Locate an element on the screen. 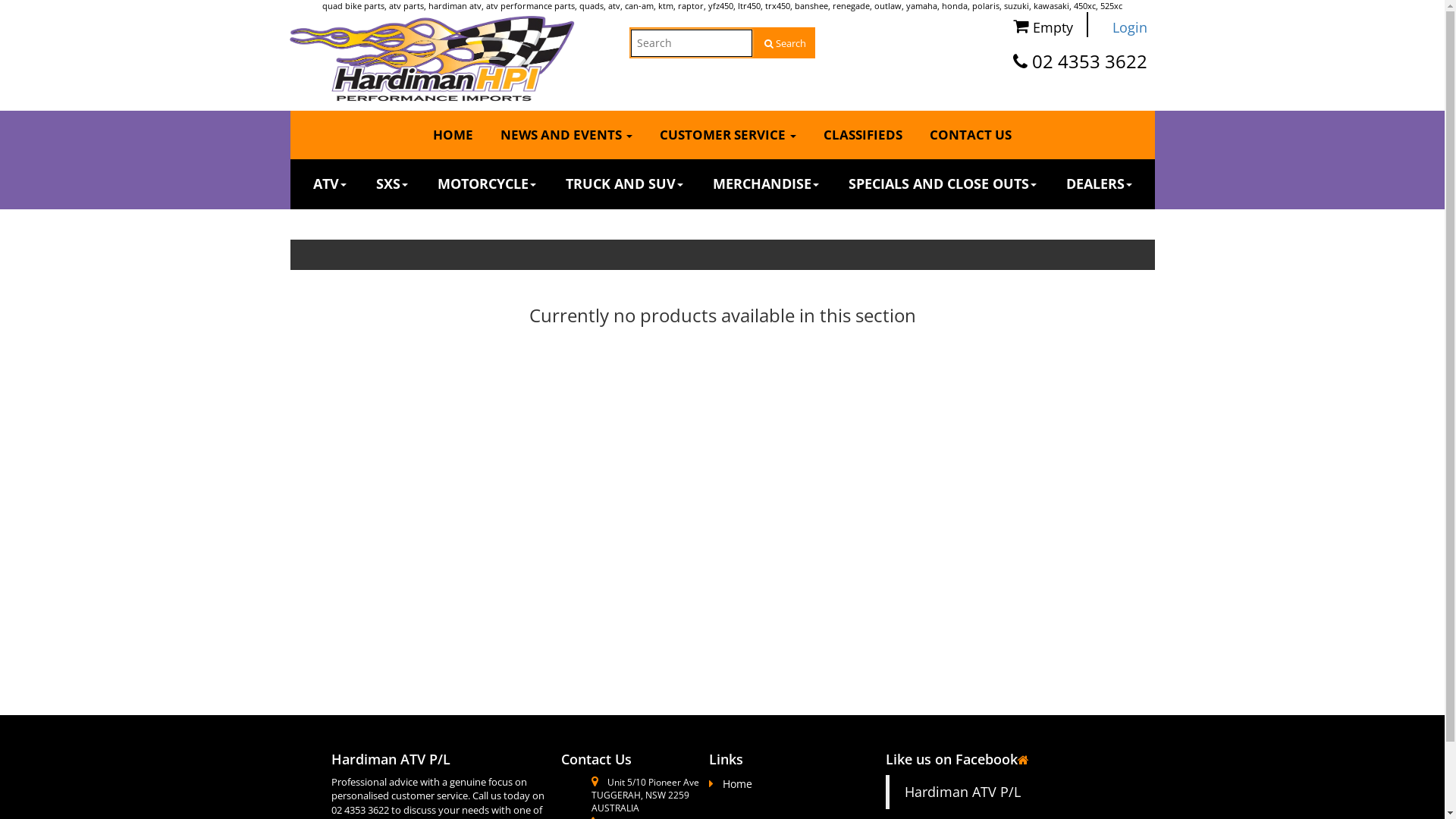 The image size is (1456, 819). 'Search' is located at coordinates (785, 42).